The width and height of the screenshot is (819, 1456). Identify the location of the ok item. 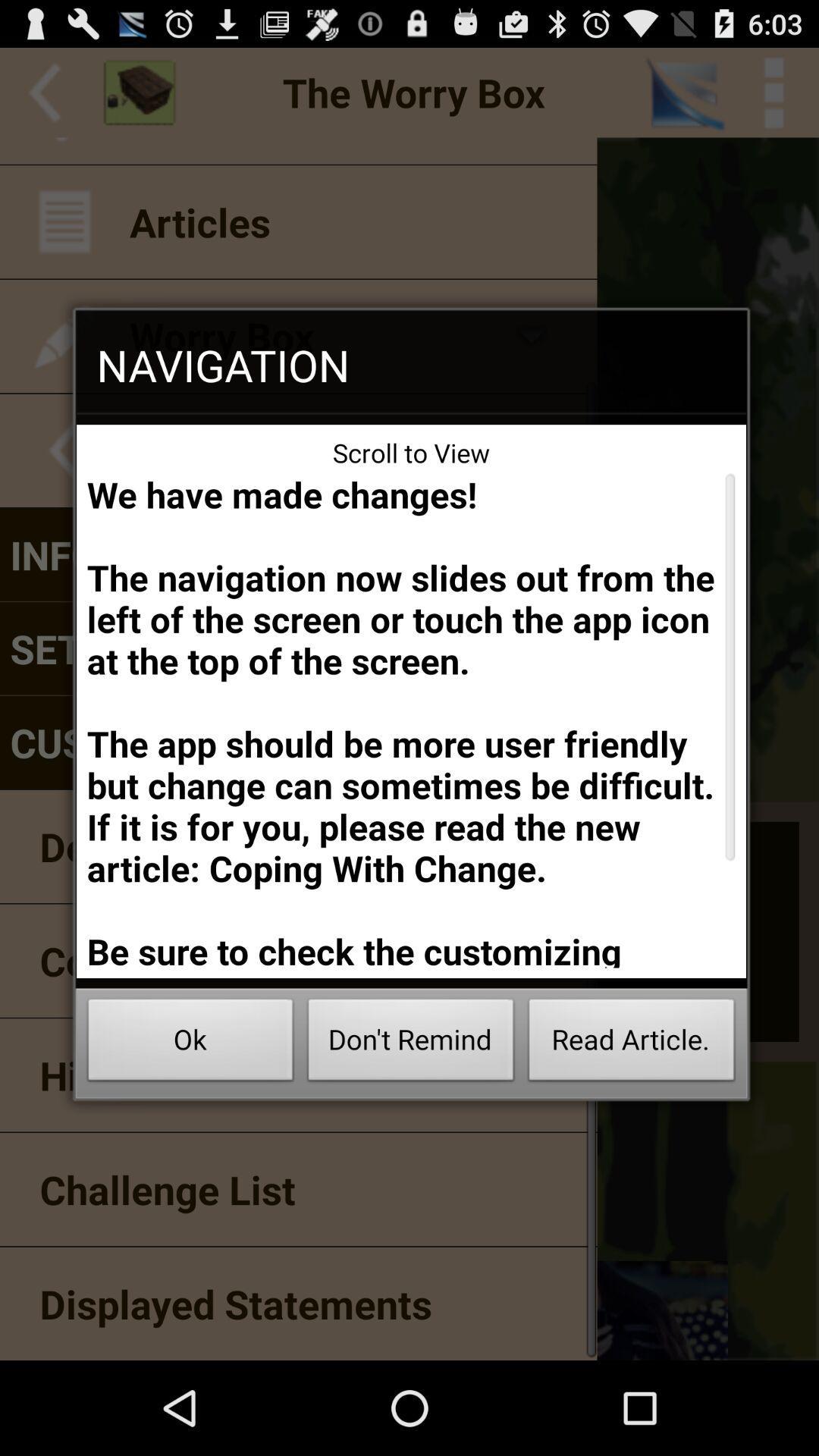
(190, 1043).